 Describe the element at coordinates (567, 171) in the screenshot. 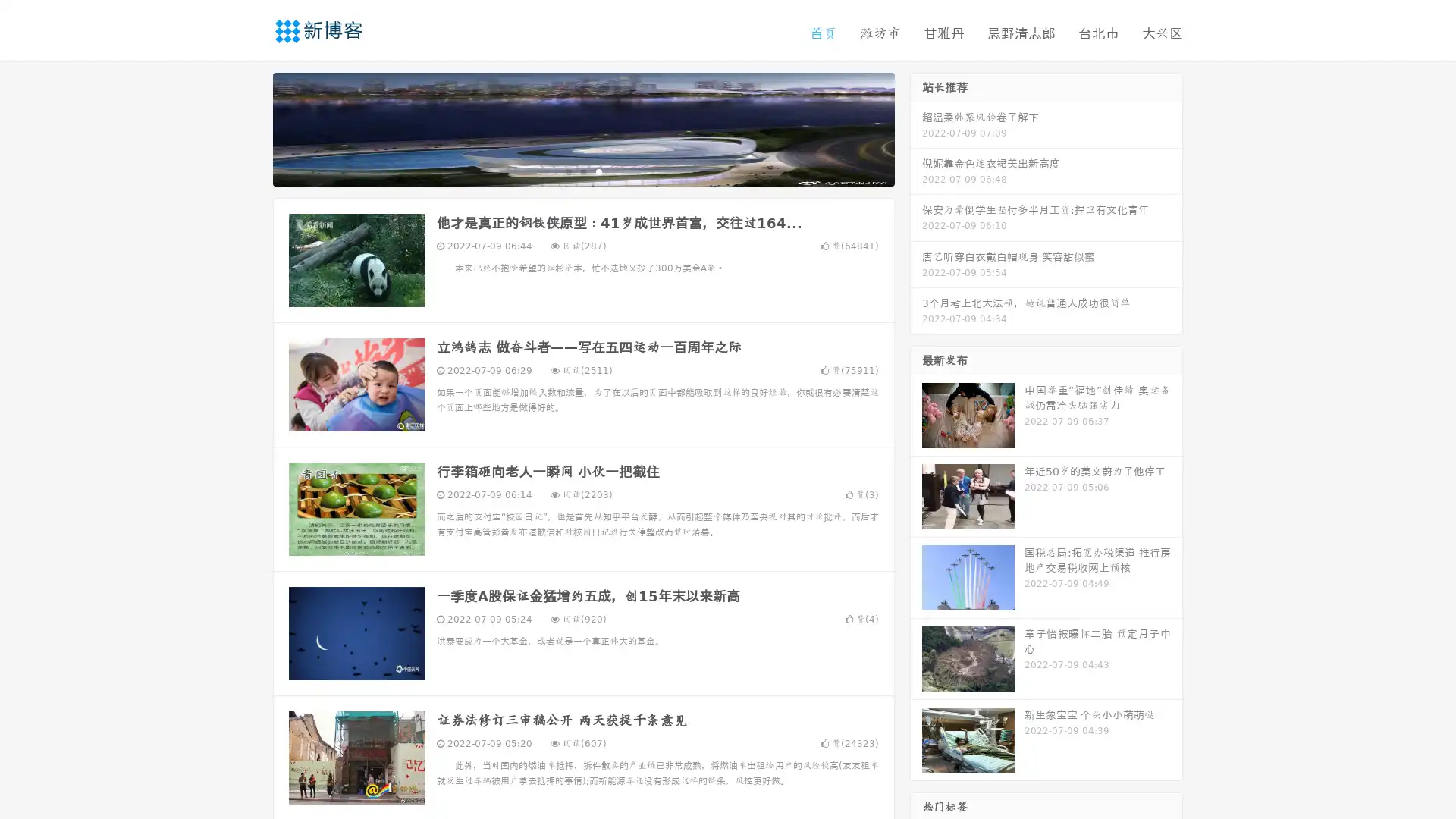

I see `Go to slide 1` at that location.